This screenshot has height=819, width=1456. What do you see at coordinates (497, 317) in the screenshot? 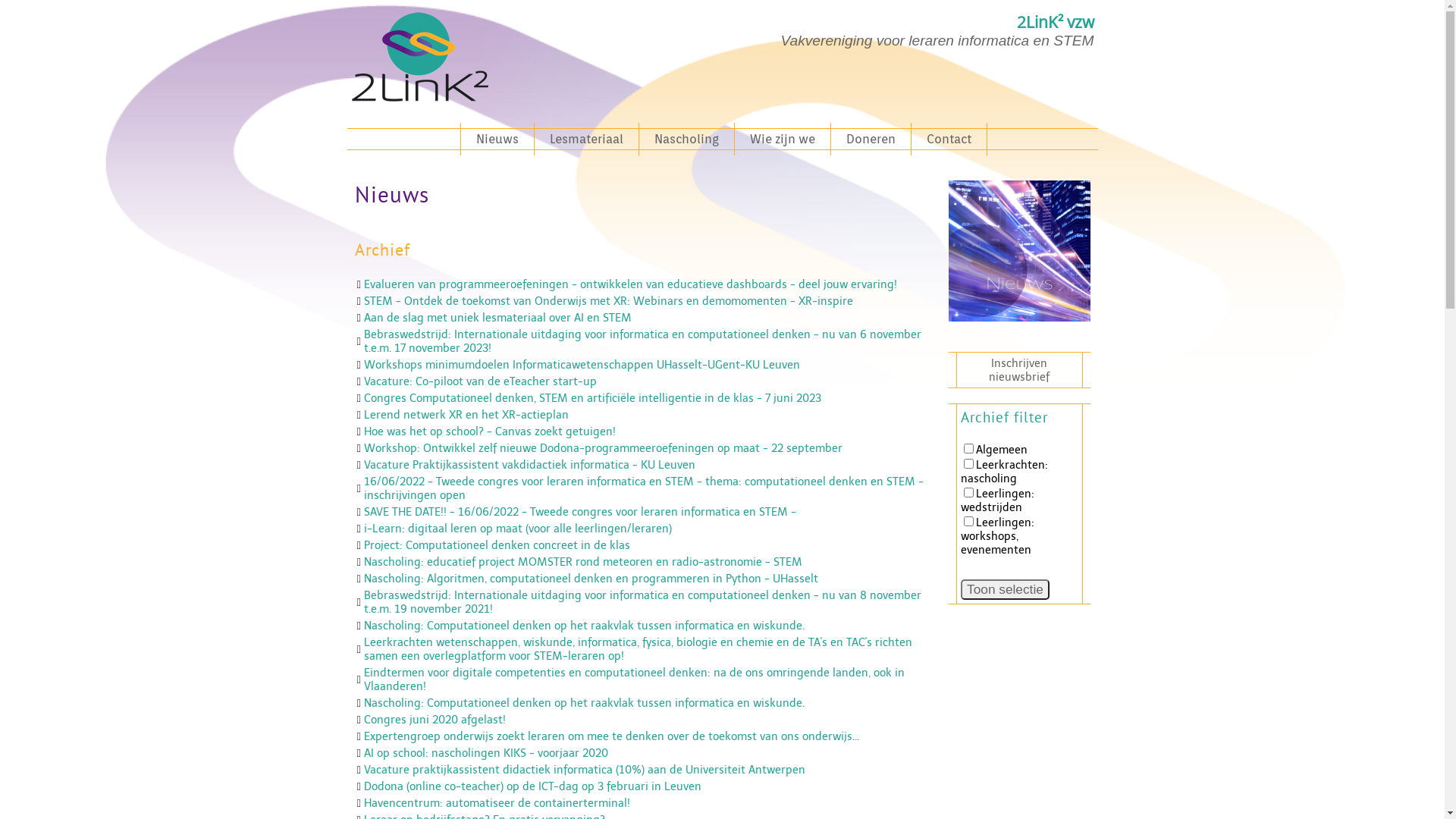
I see `'Aan de slag met uniek lesmateriaal over AI en STEM'` at bounding box center [497, 317].